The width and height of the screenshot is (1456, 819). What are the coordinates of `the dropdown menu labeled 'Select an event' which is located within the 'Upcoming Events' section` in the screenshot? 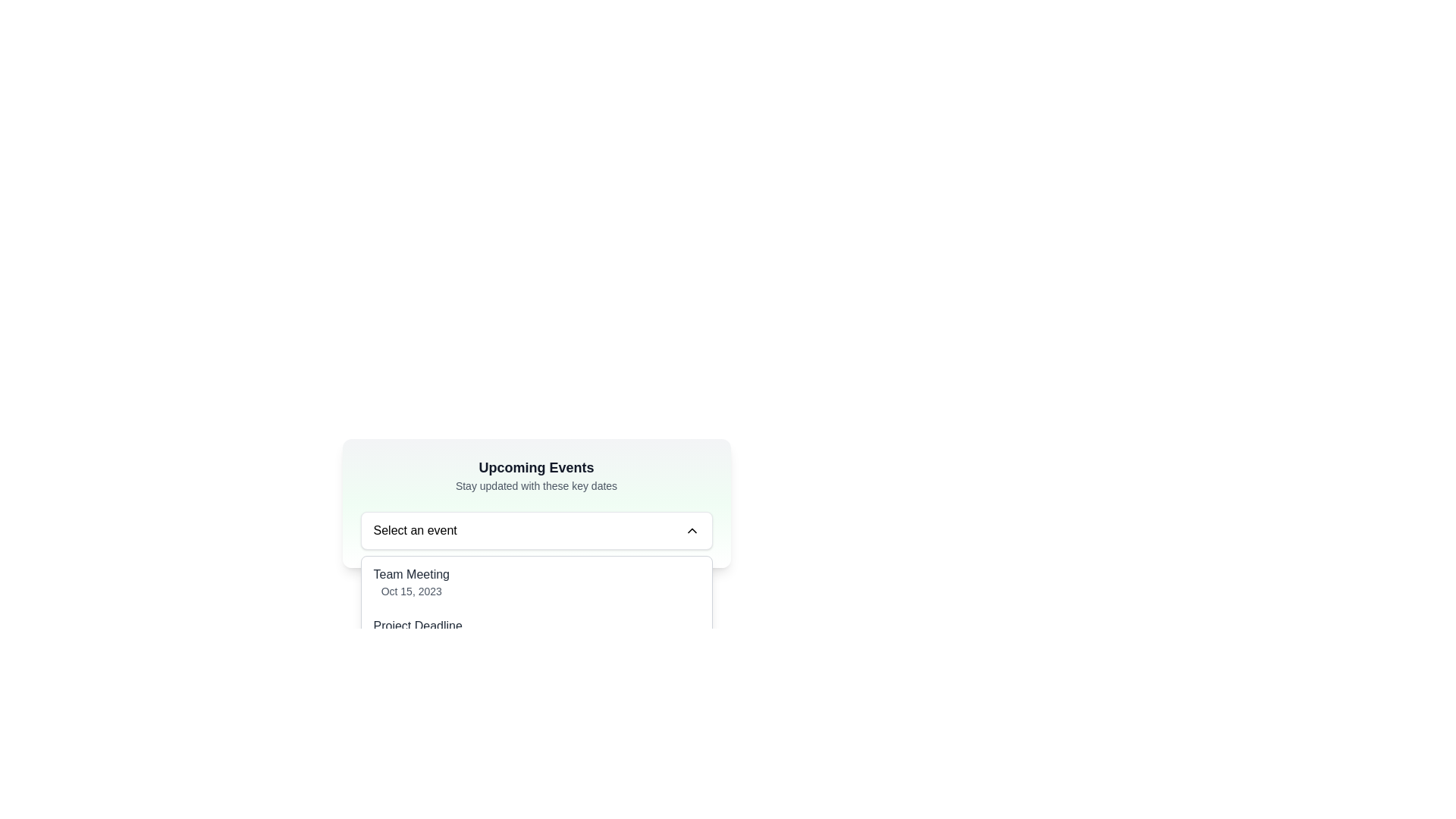 It's located at (536, 529).